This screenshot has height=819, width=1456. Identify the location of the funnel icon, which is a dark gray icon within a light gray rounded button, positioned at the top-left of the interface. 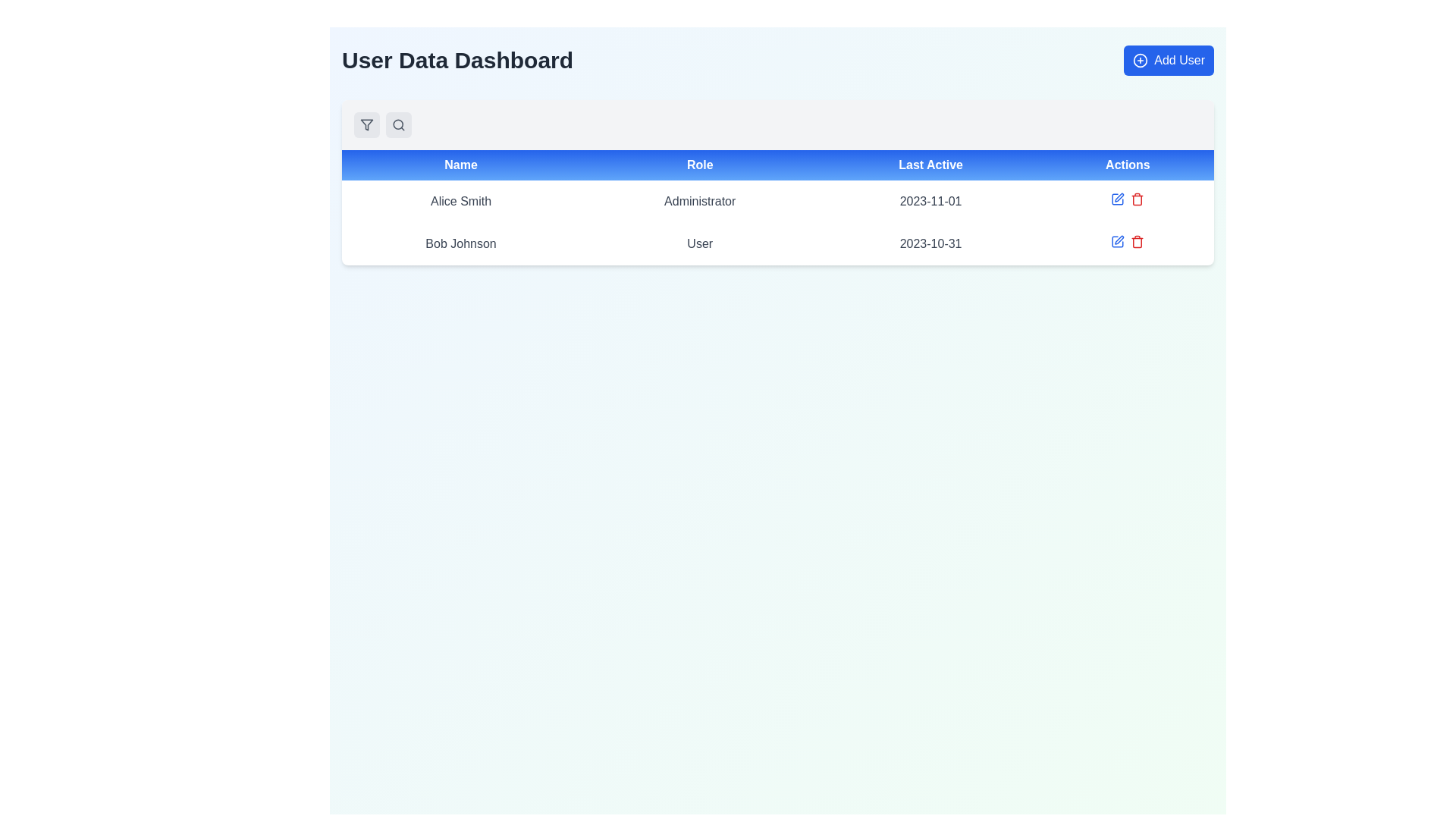
(367, 124).